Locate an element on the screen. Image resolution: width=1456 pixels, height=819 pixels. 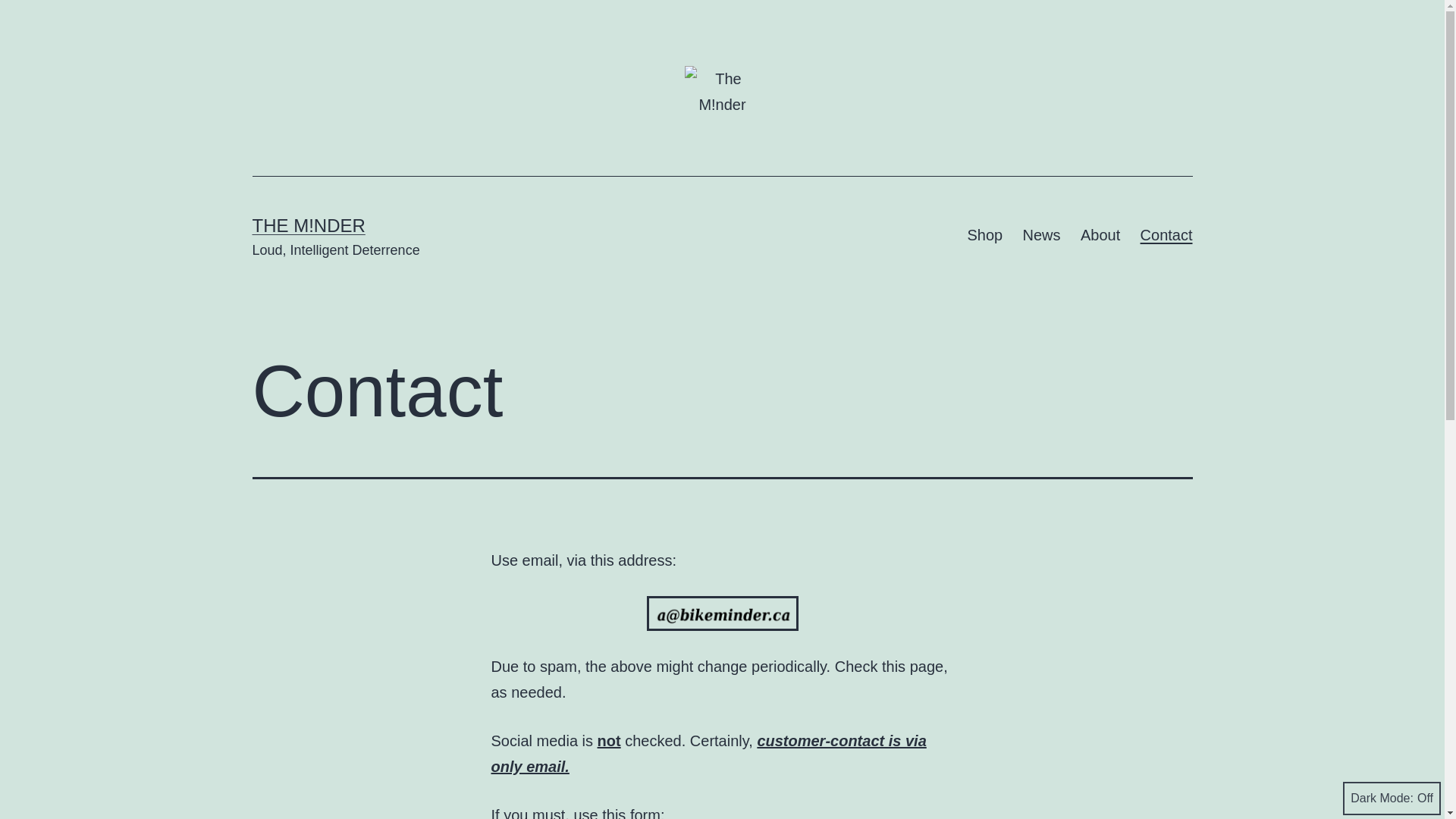
'Dark Mode:' is located at coordinates (1392, 798).